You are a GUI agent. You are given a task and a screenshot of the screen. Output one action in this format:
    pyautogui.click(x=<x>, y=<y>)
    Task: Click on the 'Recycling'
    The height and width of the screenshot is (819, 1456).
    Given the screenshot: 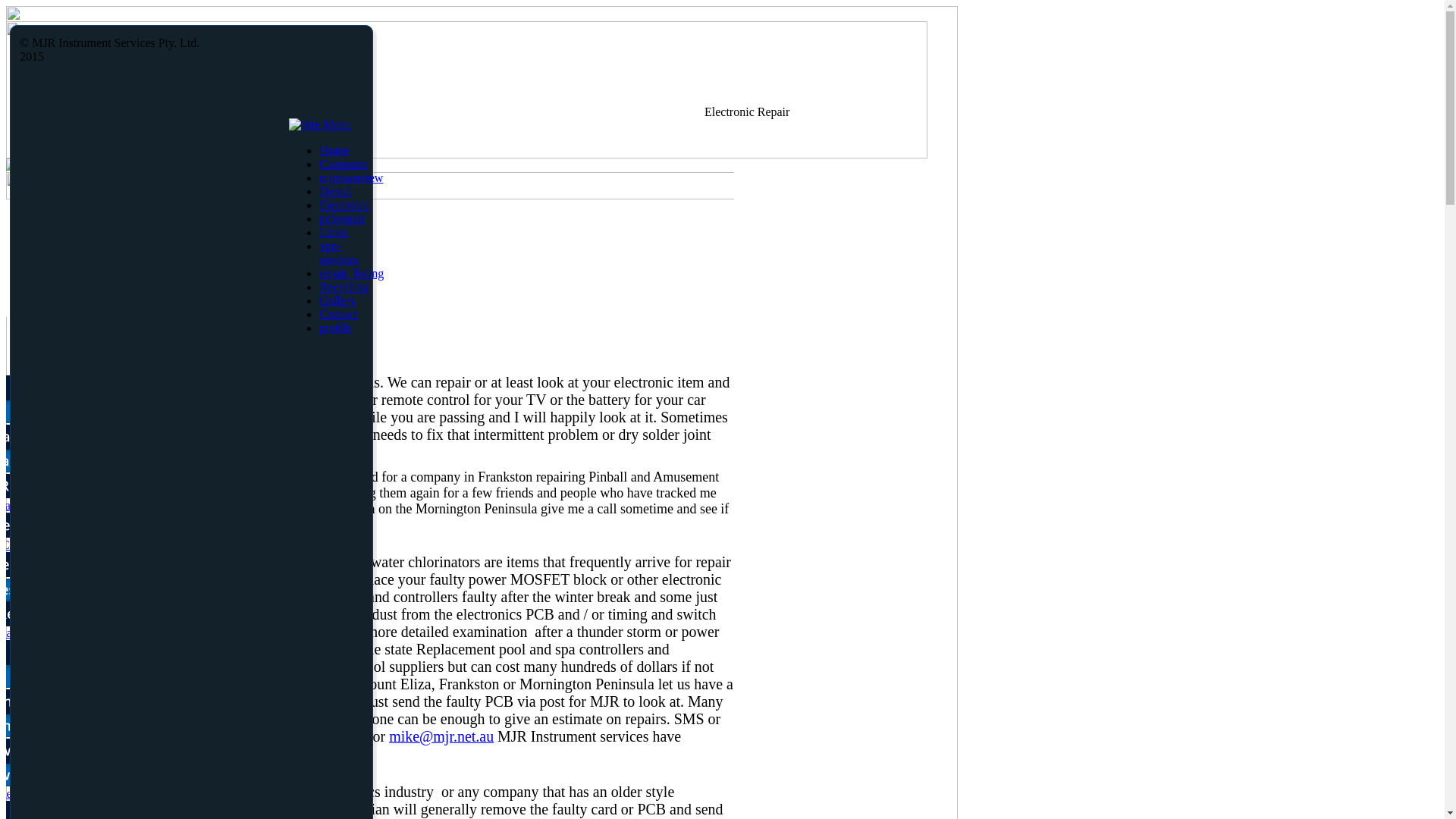 What is the action you would take?
    pyautogui.click(x=343, y=287)
    